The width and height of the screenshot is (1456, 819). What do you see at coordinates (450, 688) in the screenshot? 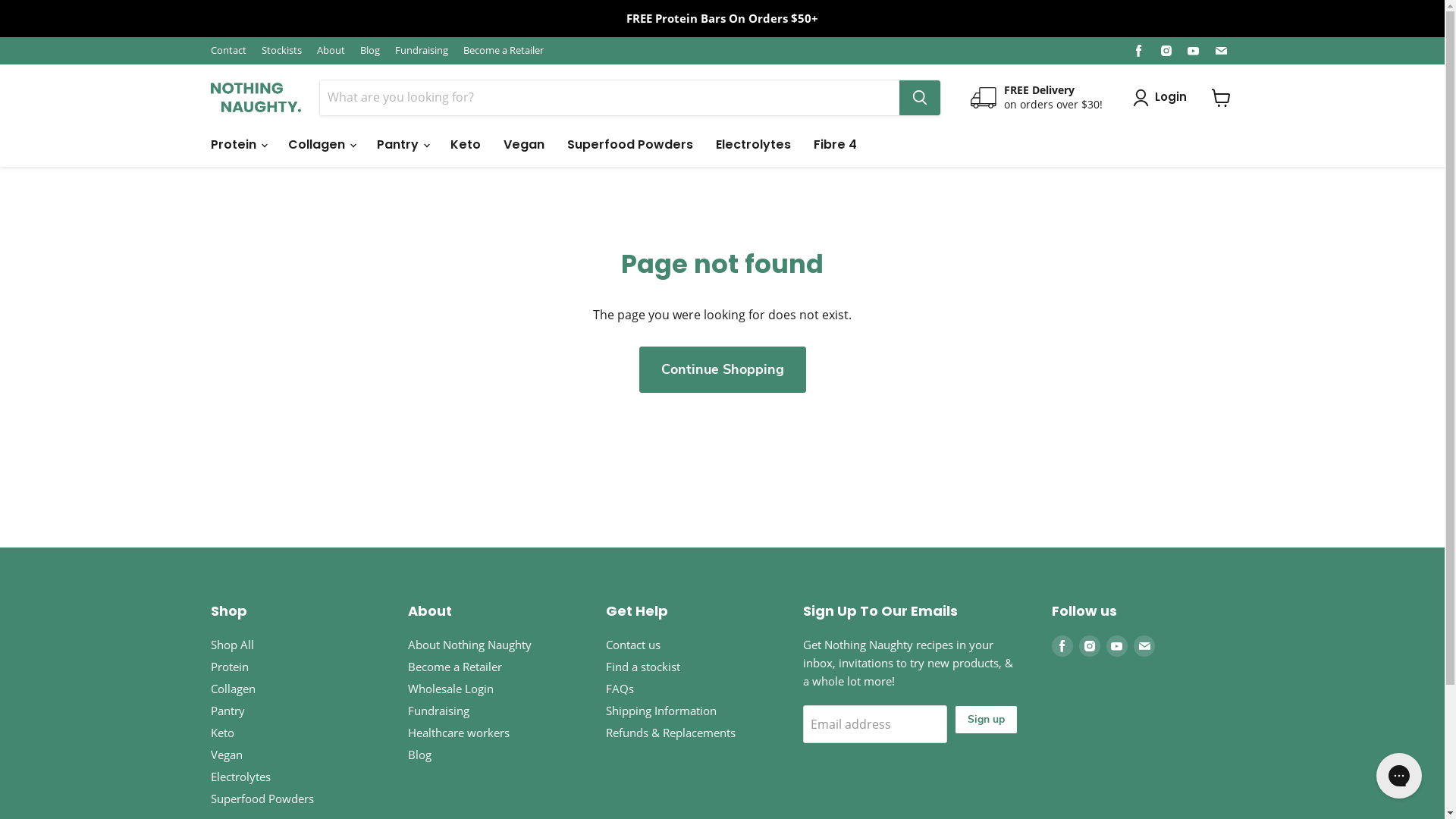
I see `'Wholesale Login'` at bounding box center [450, 688].